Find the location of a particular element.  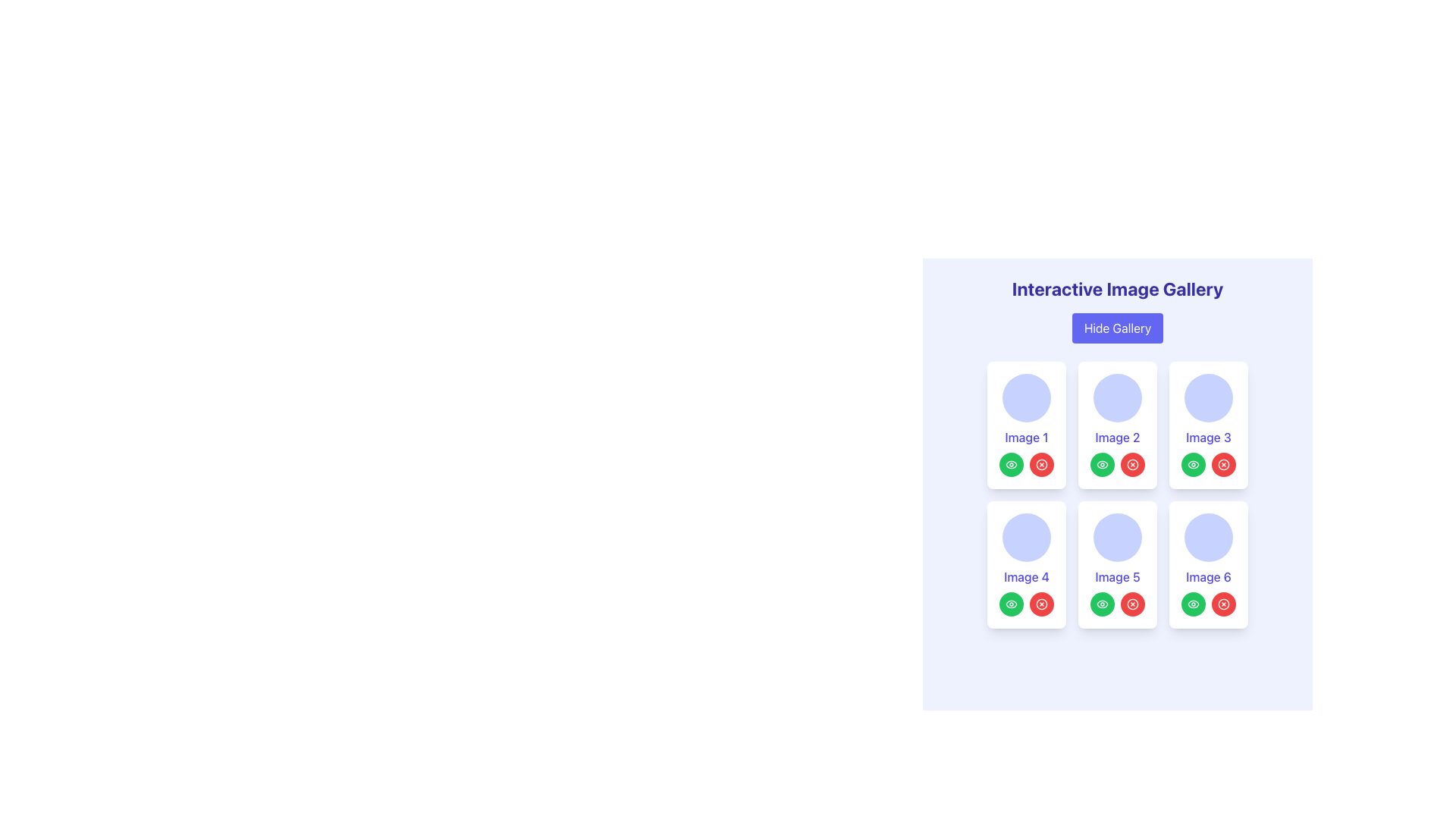

the third circular button in the bottom-right corner of the panel associated with 'Image 6' is located at coordinates (1223, 604).